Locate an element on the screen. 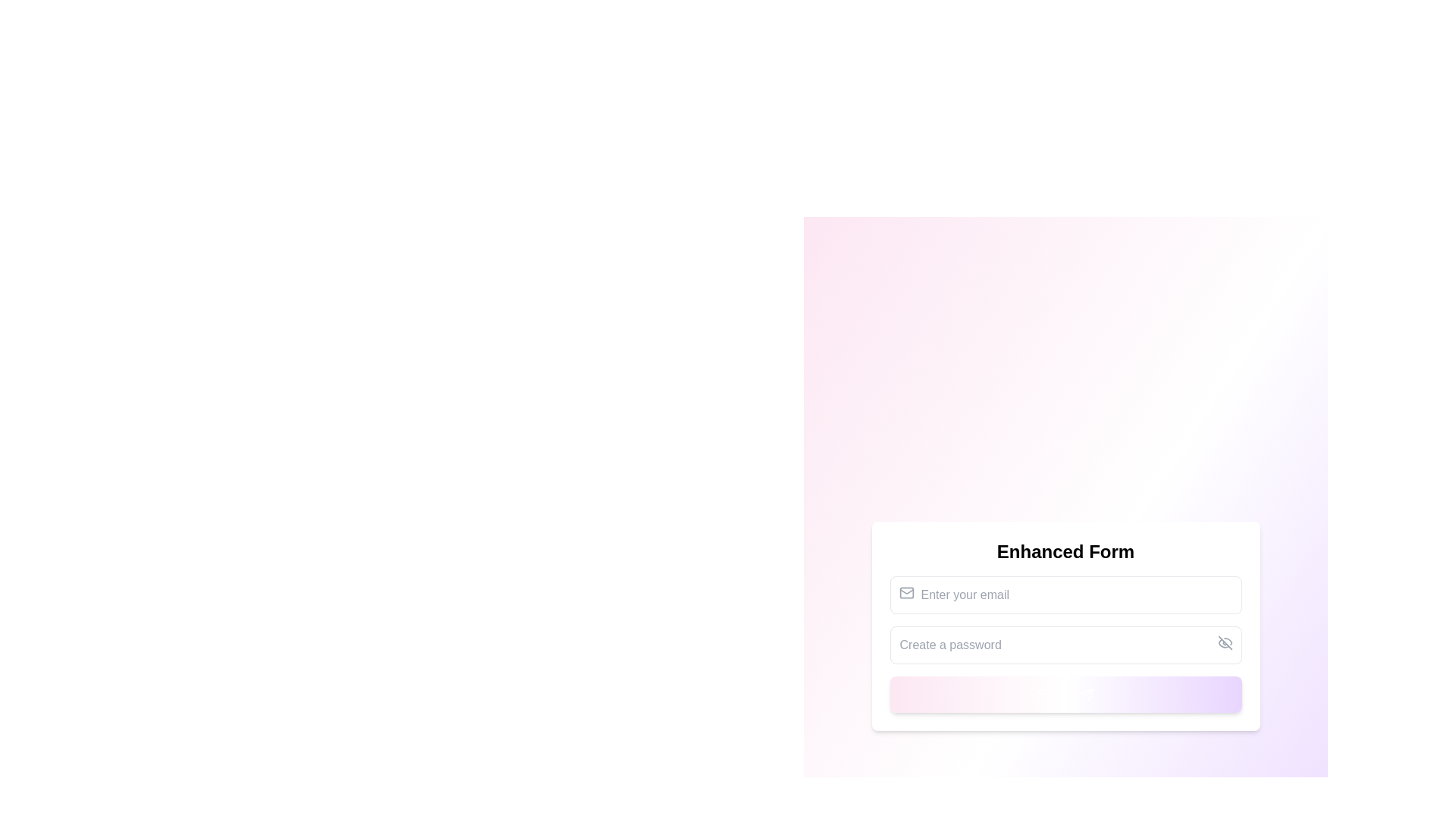 The height and width of the screenshot is (819, 1456). the gray envelope icon representing email, located to the left of the email input field with the placeholder text 'Enter your email' is located at coordinates (906, 592).